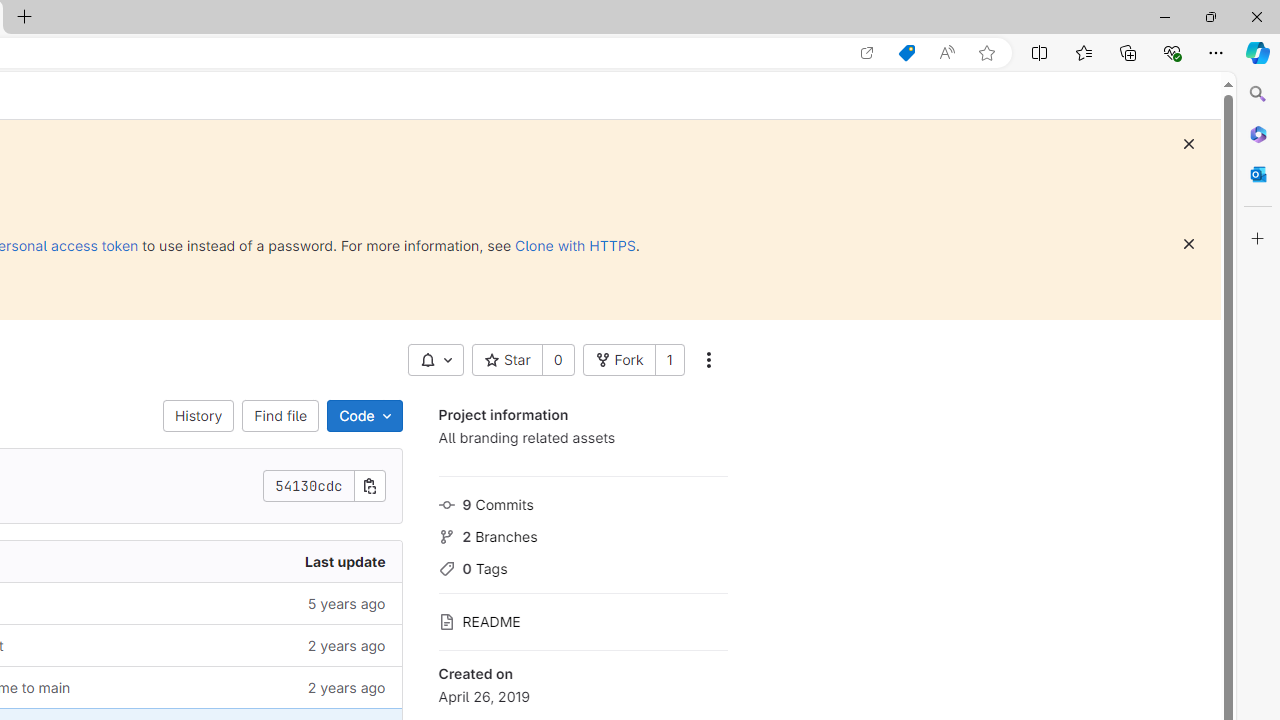 Image resolution: width=1280 pixels, height=720 pixels. What do you see at coordinates (669, 360) in the screenshot?
I see `'1'` at bounding box center [669, 360].